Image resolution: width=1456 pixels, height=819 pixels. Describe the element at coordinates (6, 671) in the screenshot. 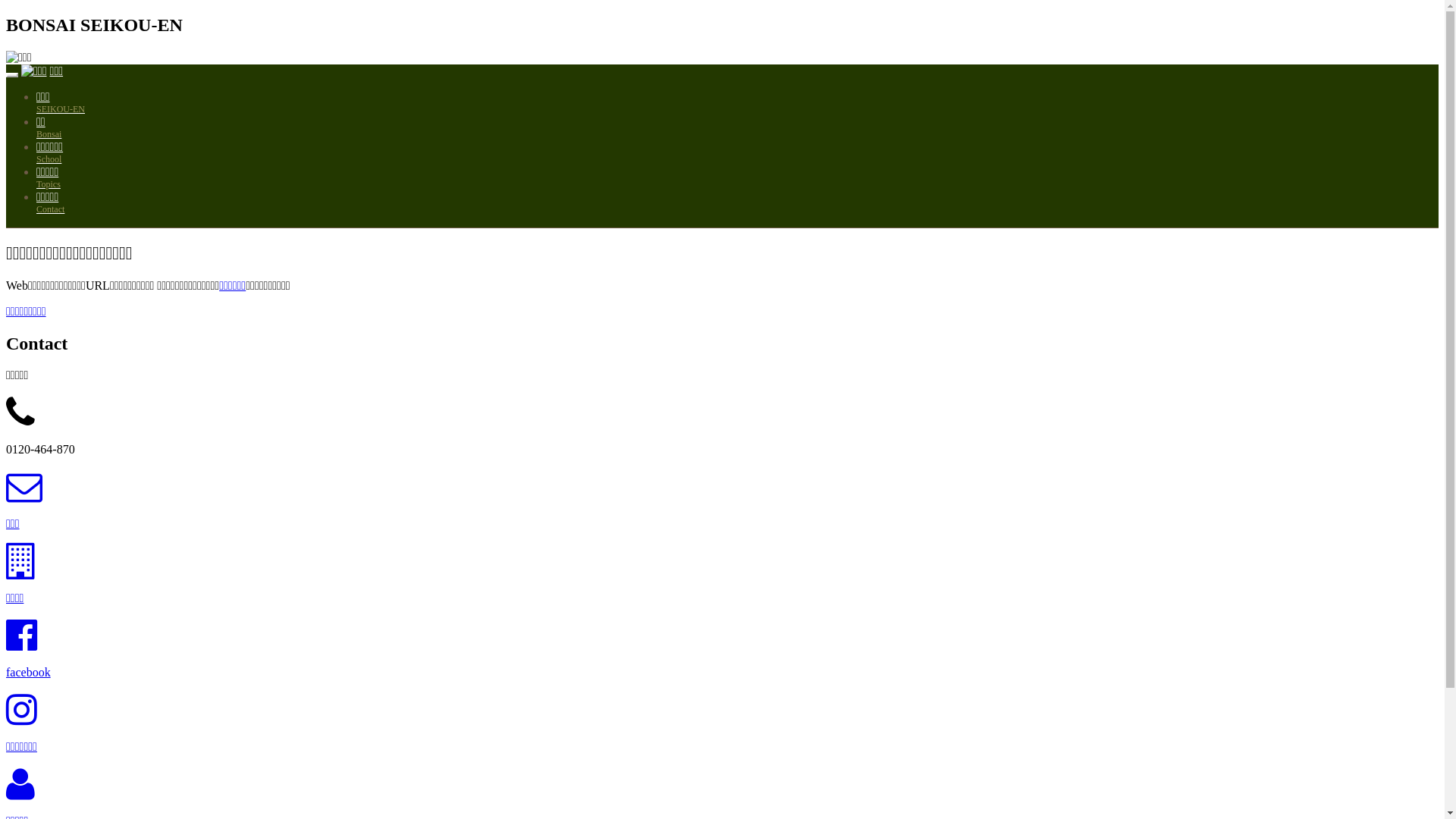

I see `'facebook'` at that location.